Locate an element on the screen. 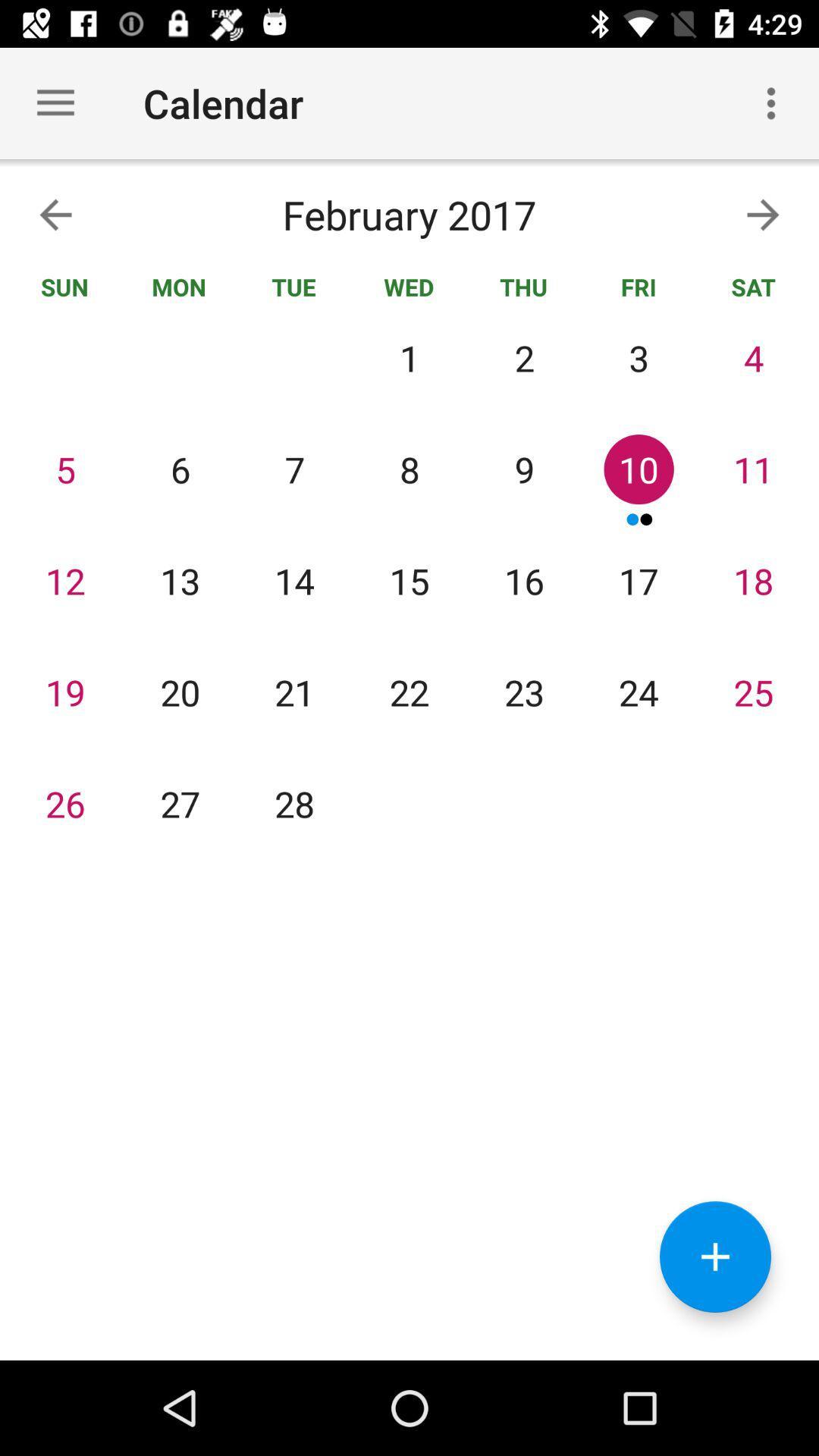  the add option is located at coordinates (715, 1257).